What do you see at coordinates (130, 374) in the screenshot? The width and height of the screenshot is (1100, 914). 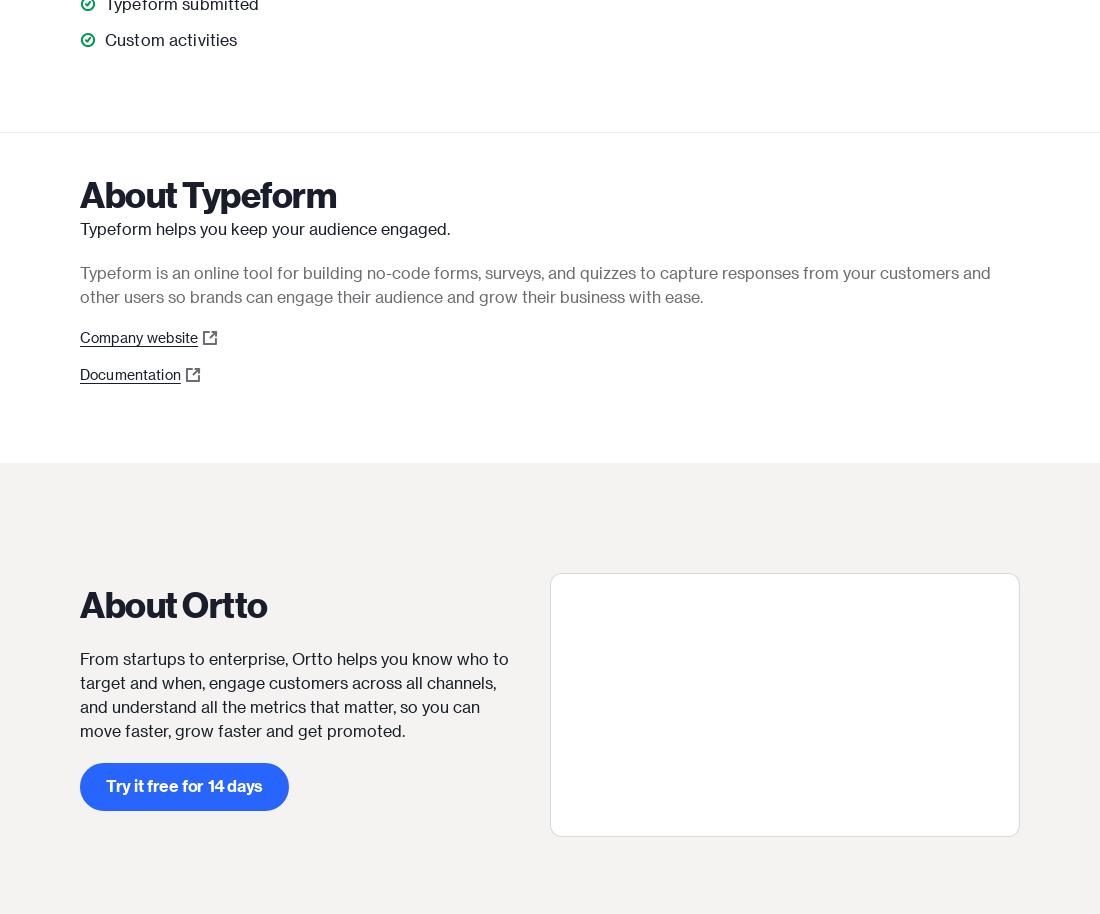 I see `'Documentation'` at bounding box center [130, 374].